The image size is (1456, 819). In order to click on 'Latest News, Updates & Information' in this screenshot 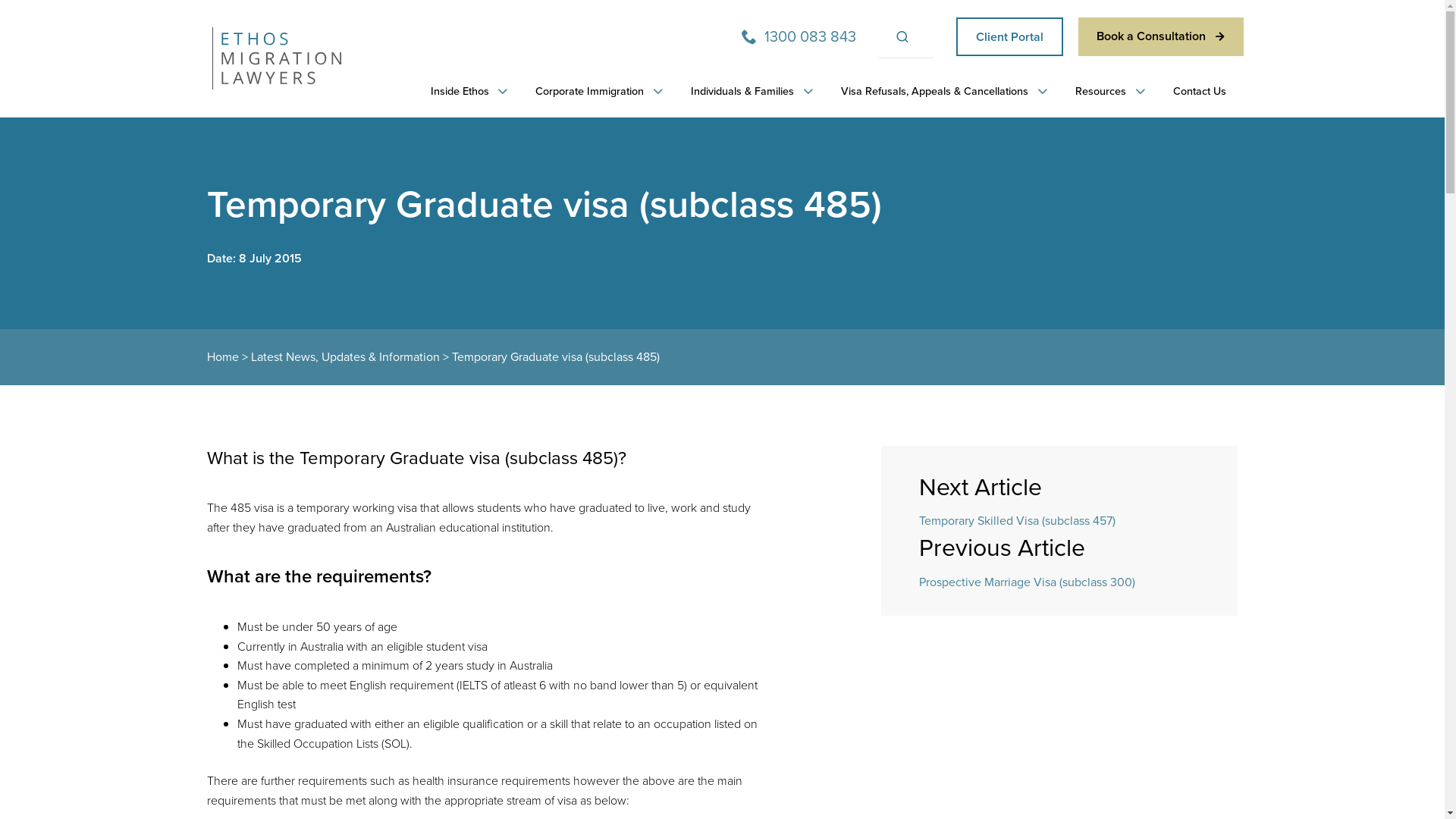, I will do `click(344, 356)`.